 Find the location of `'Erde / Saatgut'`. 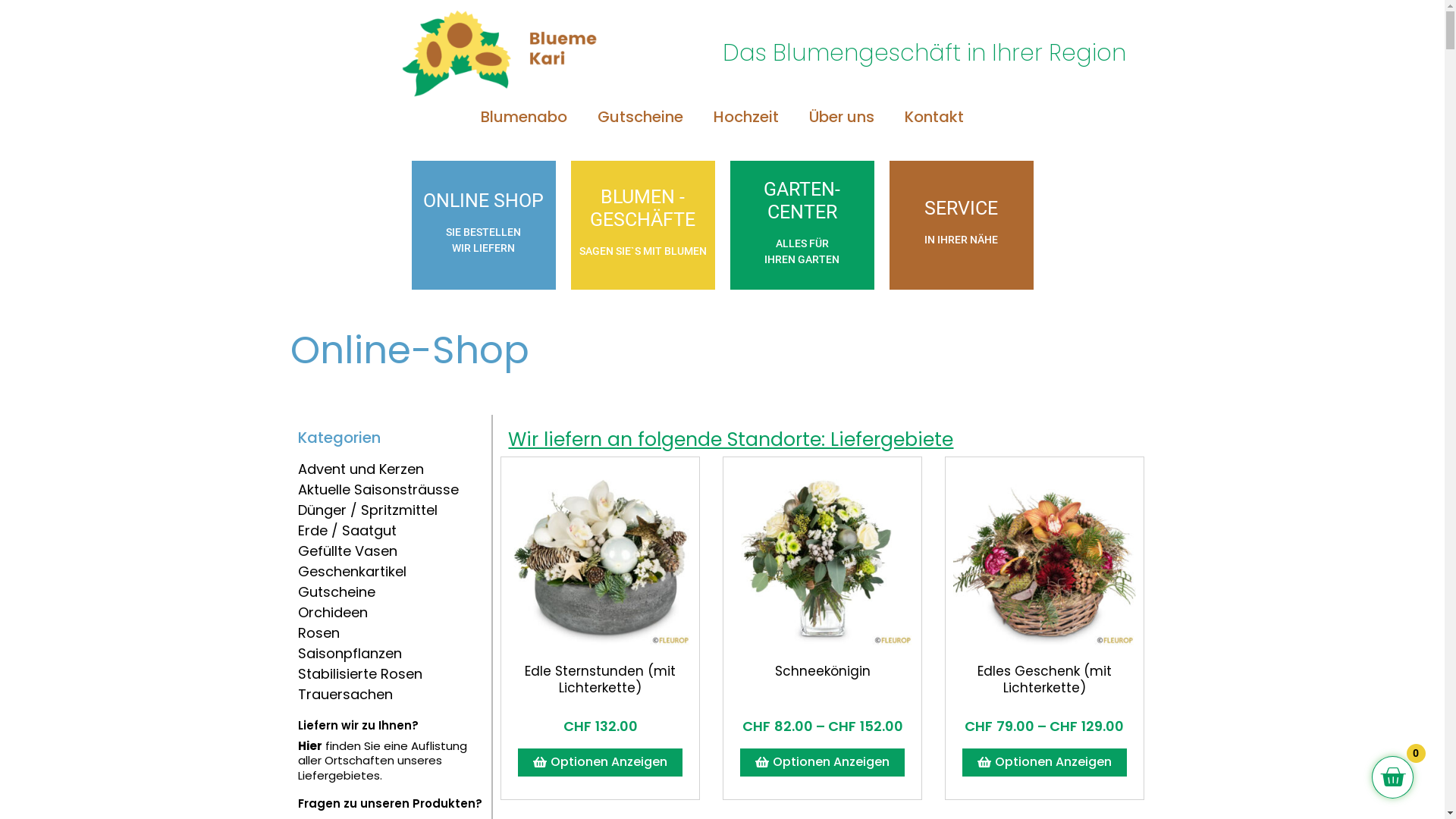

'Erde / Saatgut' is located at coordinates (345, 529).